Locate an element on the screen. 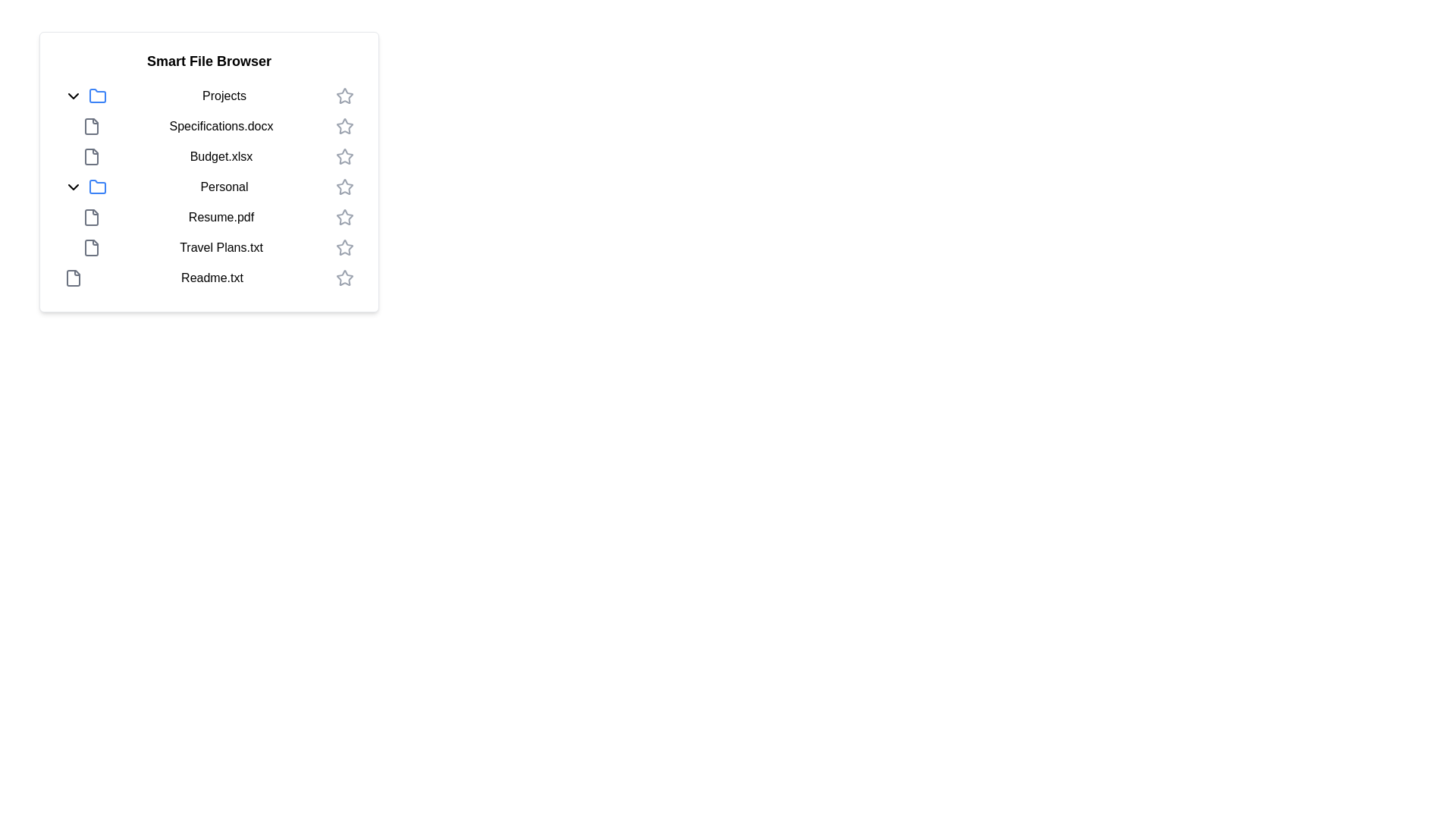 The width and height of the screenshot is (1456, 819). the downward-facing chevron icon next to the 'Personal' text is located at coordinates (72, 186).